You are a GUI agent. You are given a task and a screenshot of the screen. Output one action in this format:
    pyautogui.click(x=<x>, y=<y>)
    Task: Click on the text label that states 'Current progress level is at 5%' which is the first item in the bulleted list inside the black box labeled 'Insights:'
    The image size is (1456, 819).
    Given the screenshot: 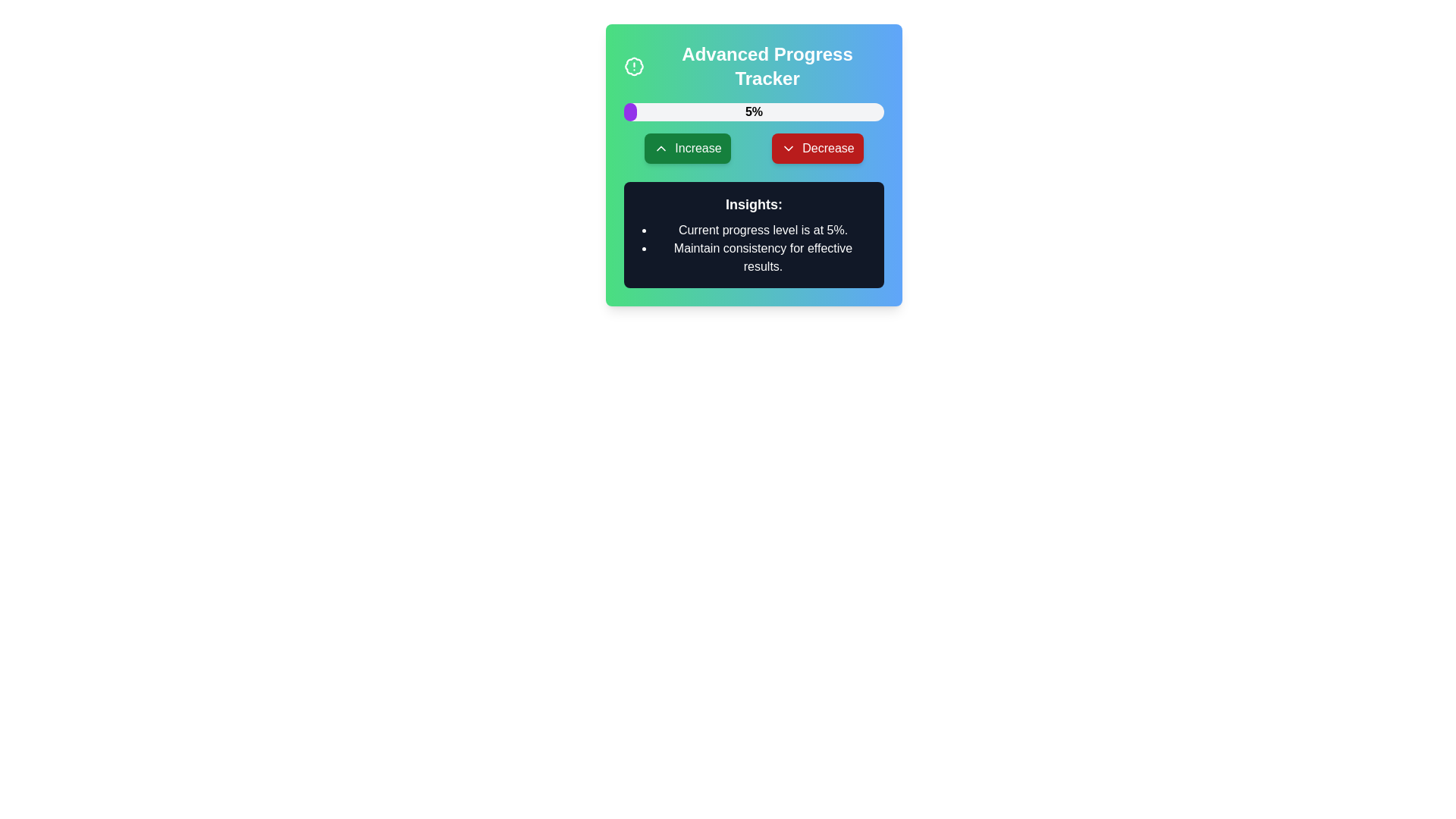 What is the action you would take?
    pyautogui.click(x=763, y=231)
    